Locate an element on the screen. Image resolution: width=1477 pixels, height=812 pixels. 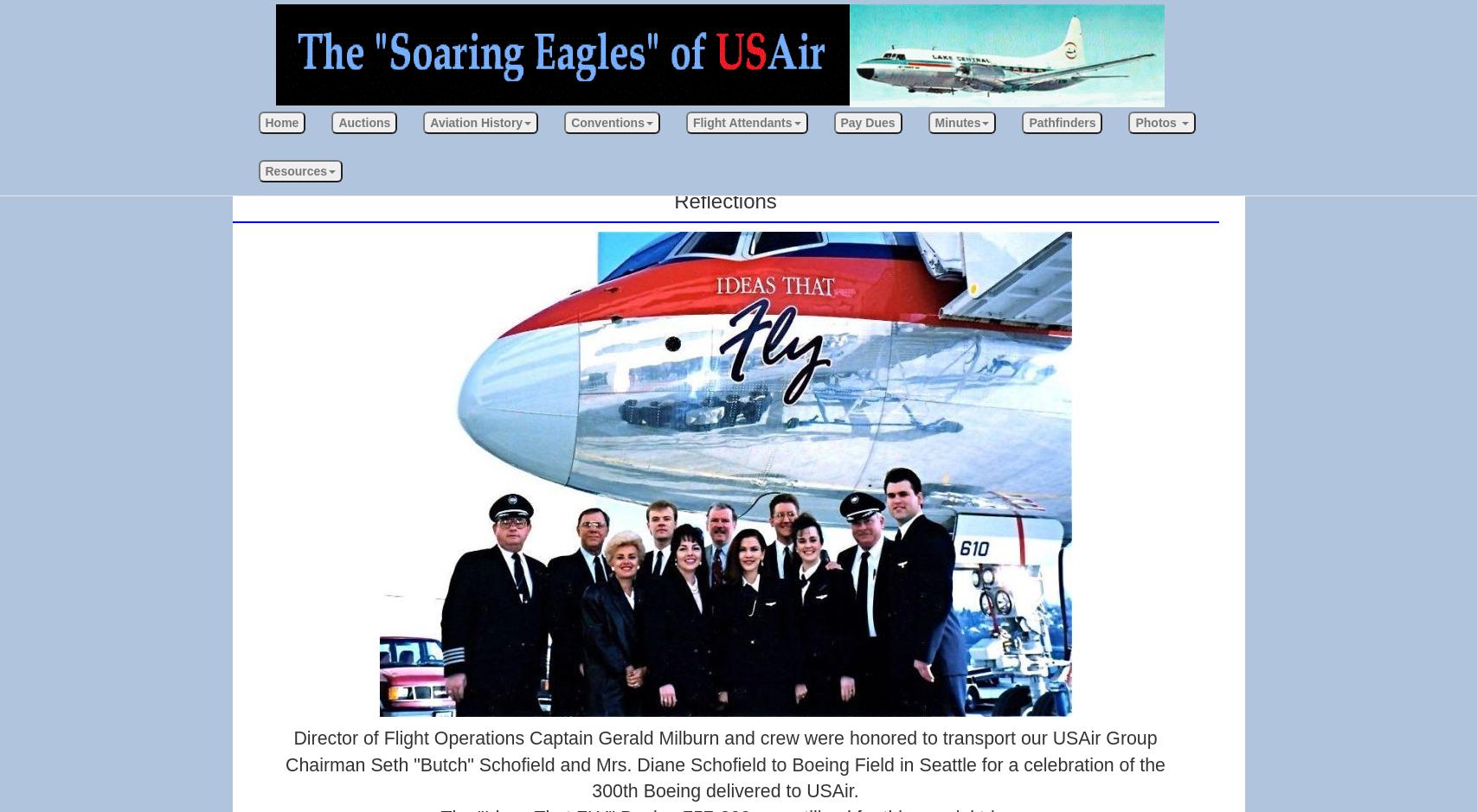
'Pathfinders' is located at coordinates (1061, 121).